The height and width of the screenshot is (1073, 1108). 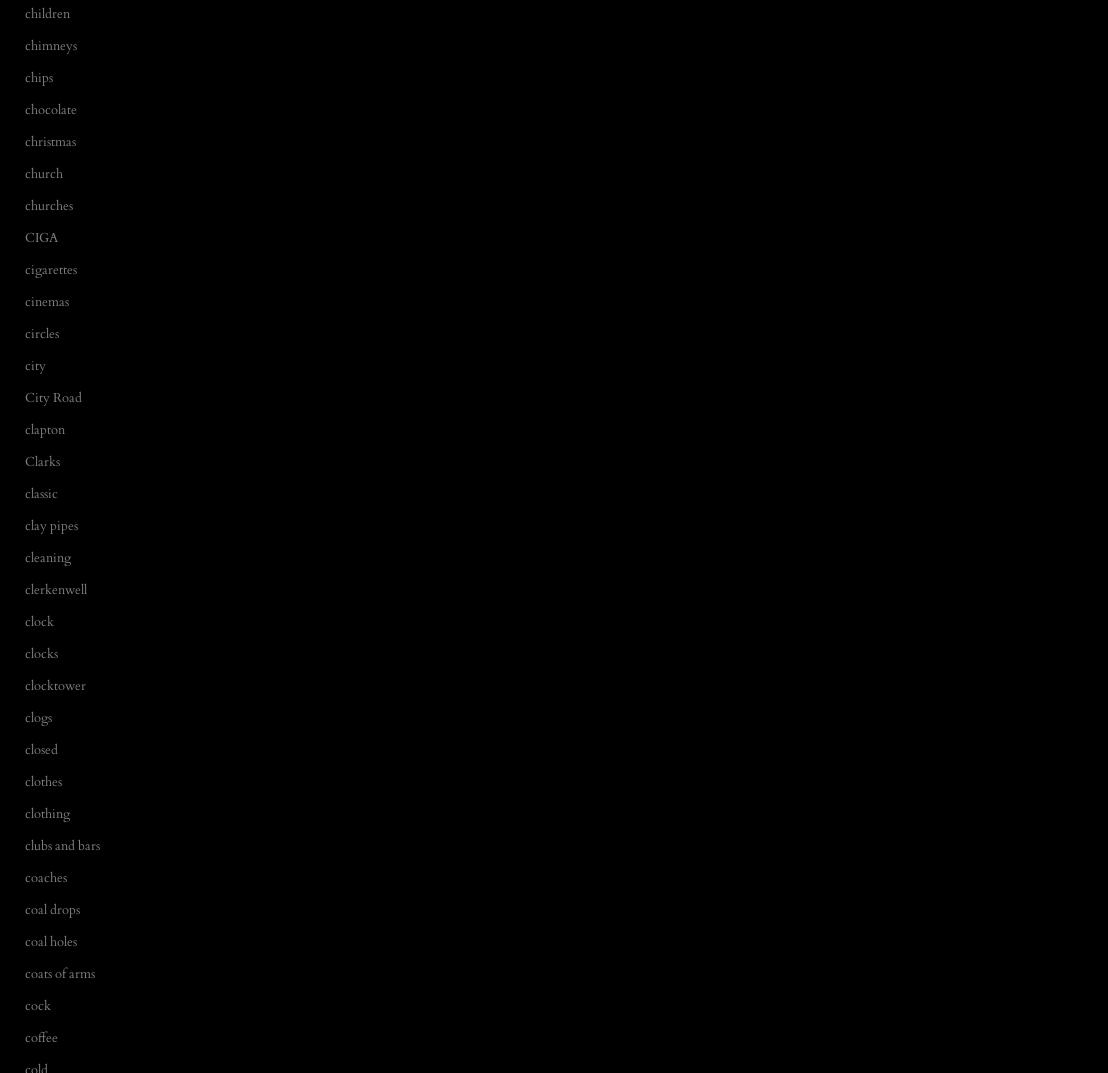 I want to click on 'City Road', so click(x=52, y=396).